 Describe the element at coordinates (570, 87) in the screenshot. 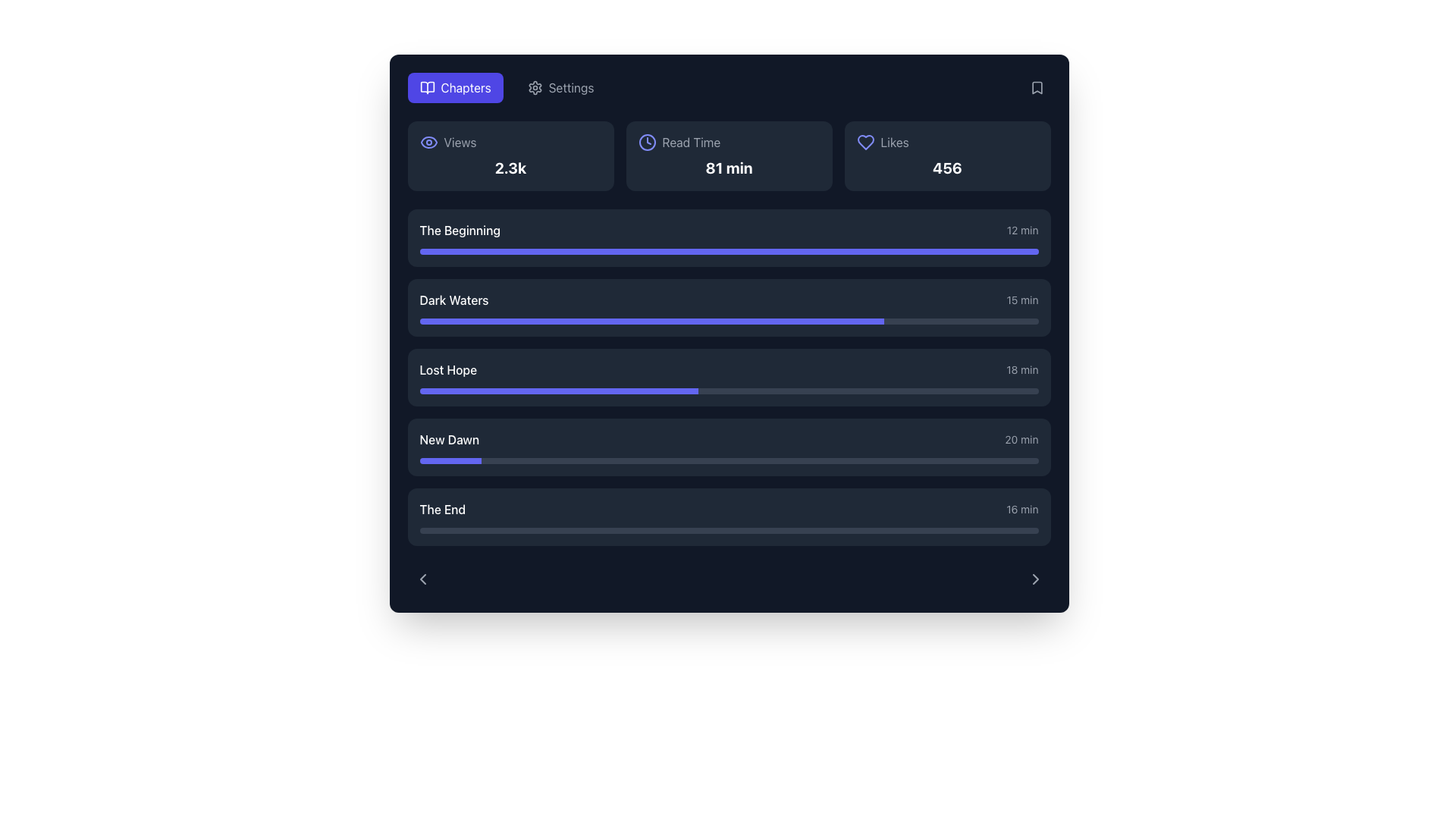

I see `the 'Settings' text label in the top navigation bar for keyboard navigation` at that location.